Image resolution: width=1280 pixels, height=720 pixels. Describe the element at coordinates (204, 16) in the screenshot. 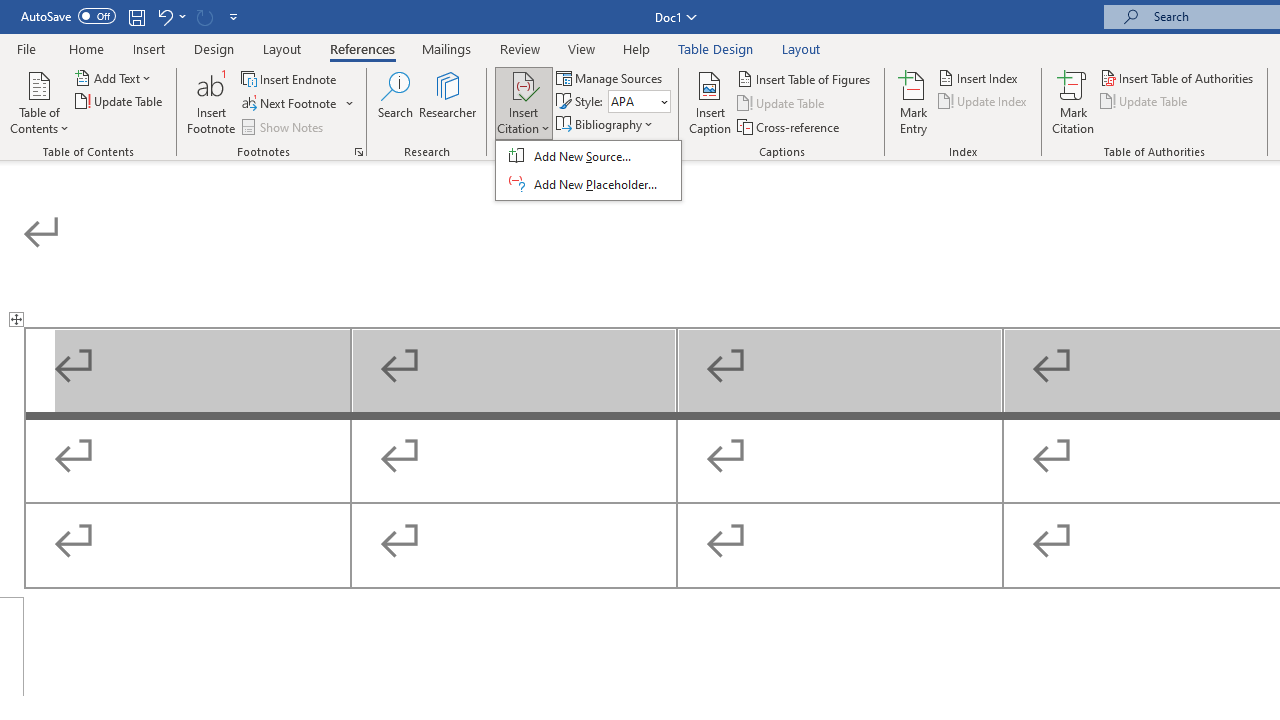

I see `'Can'` at that location.